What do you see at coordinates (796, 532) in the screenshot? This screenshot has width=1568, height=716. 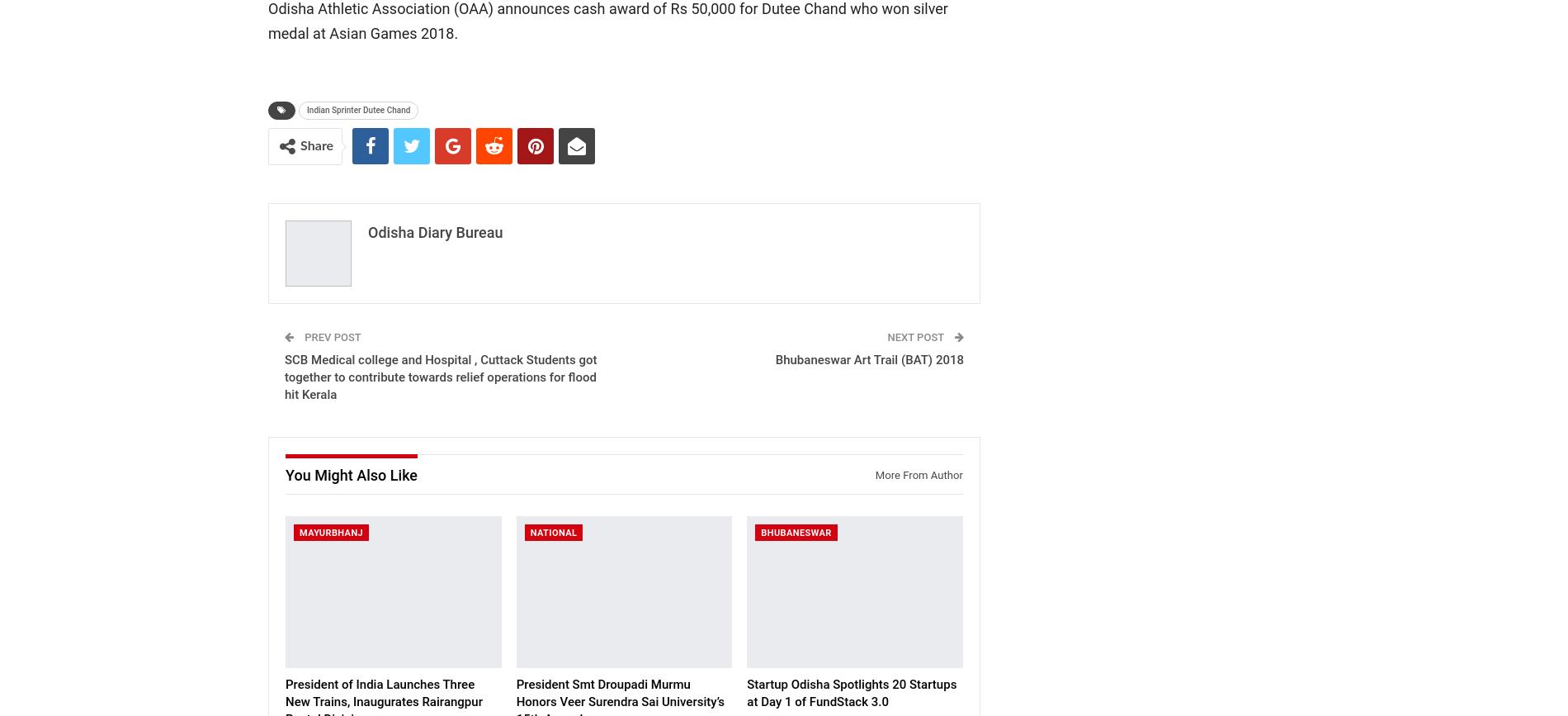 I see `'Bhubaneswar'` at bounding box center [796, 532].